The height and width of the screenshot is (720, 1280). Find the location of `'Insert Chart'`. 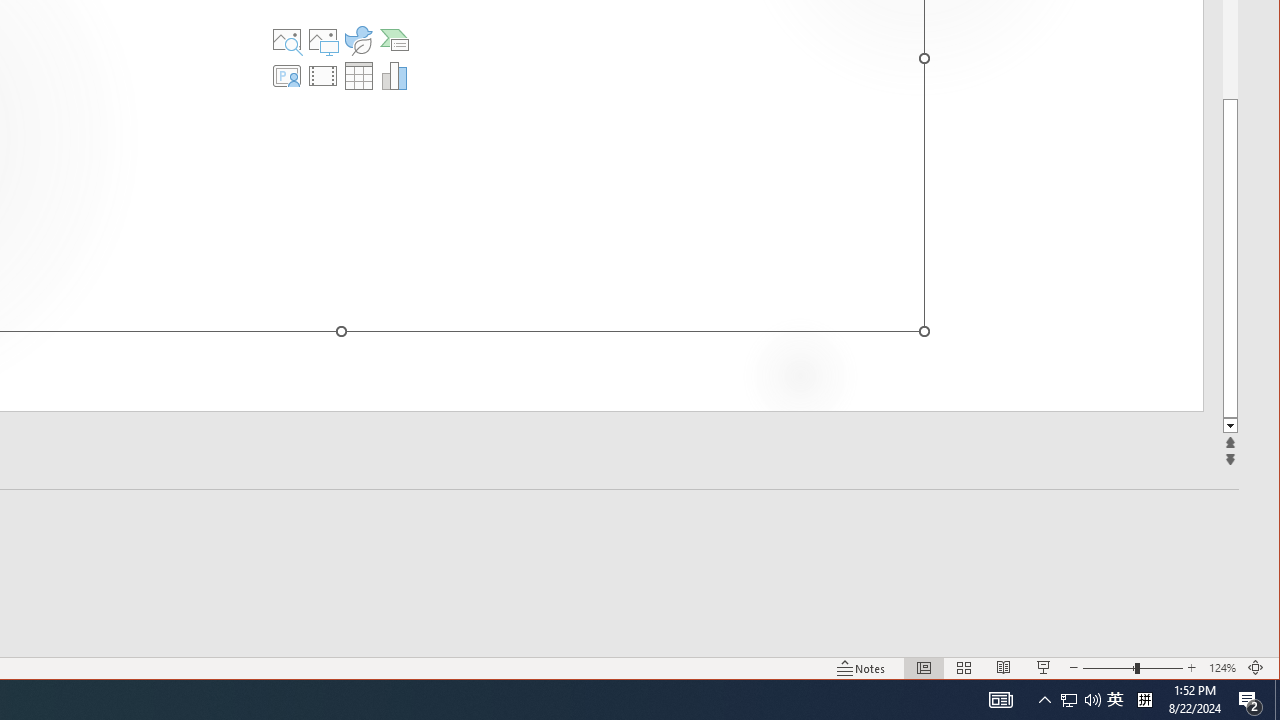

'Insert Chart' is located at coordinates (394, 74).